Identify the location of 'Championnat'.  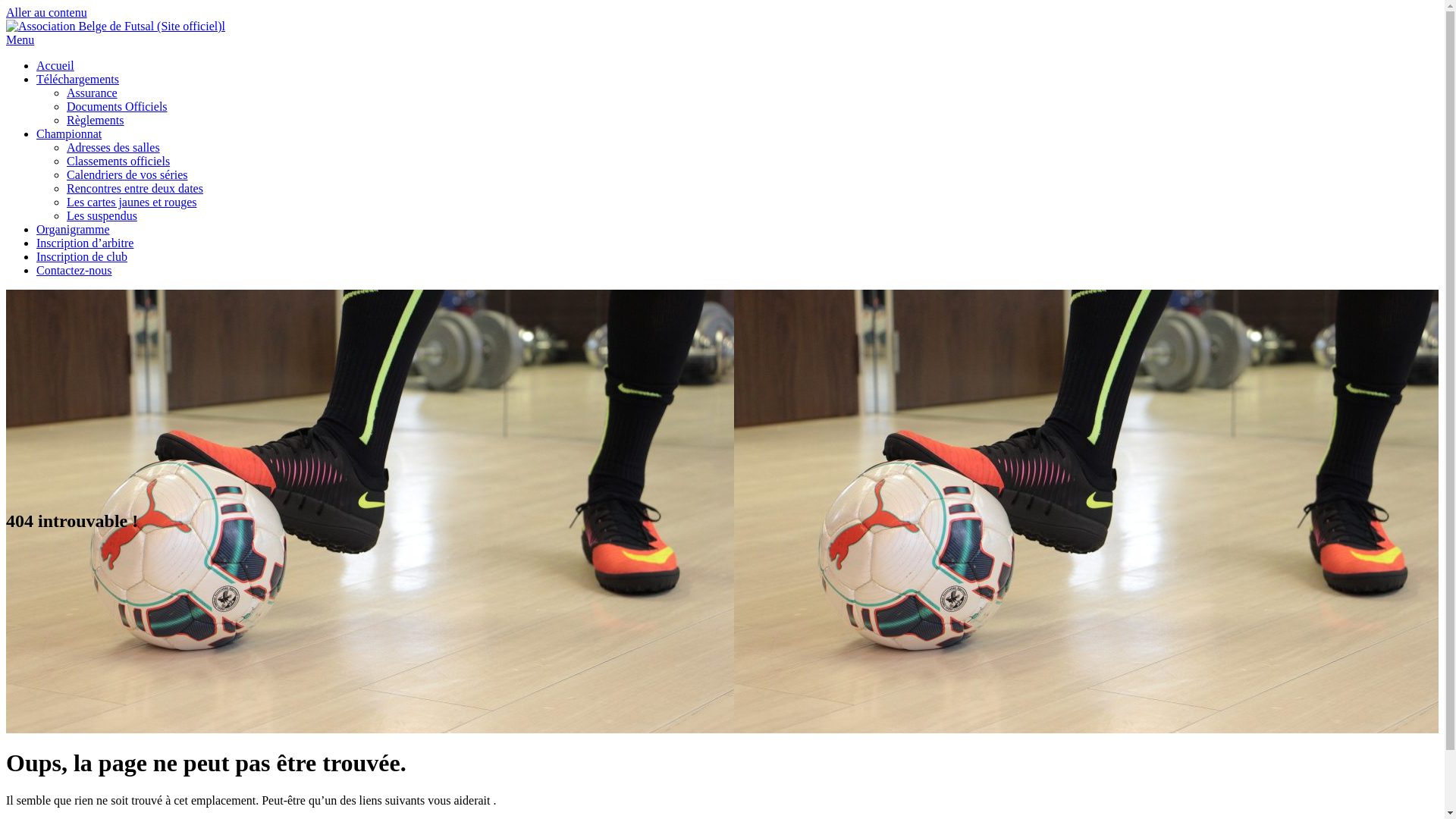
(68, 133).